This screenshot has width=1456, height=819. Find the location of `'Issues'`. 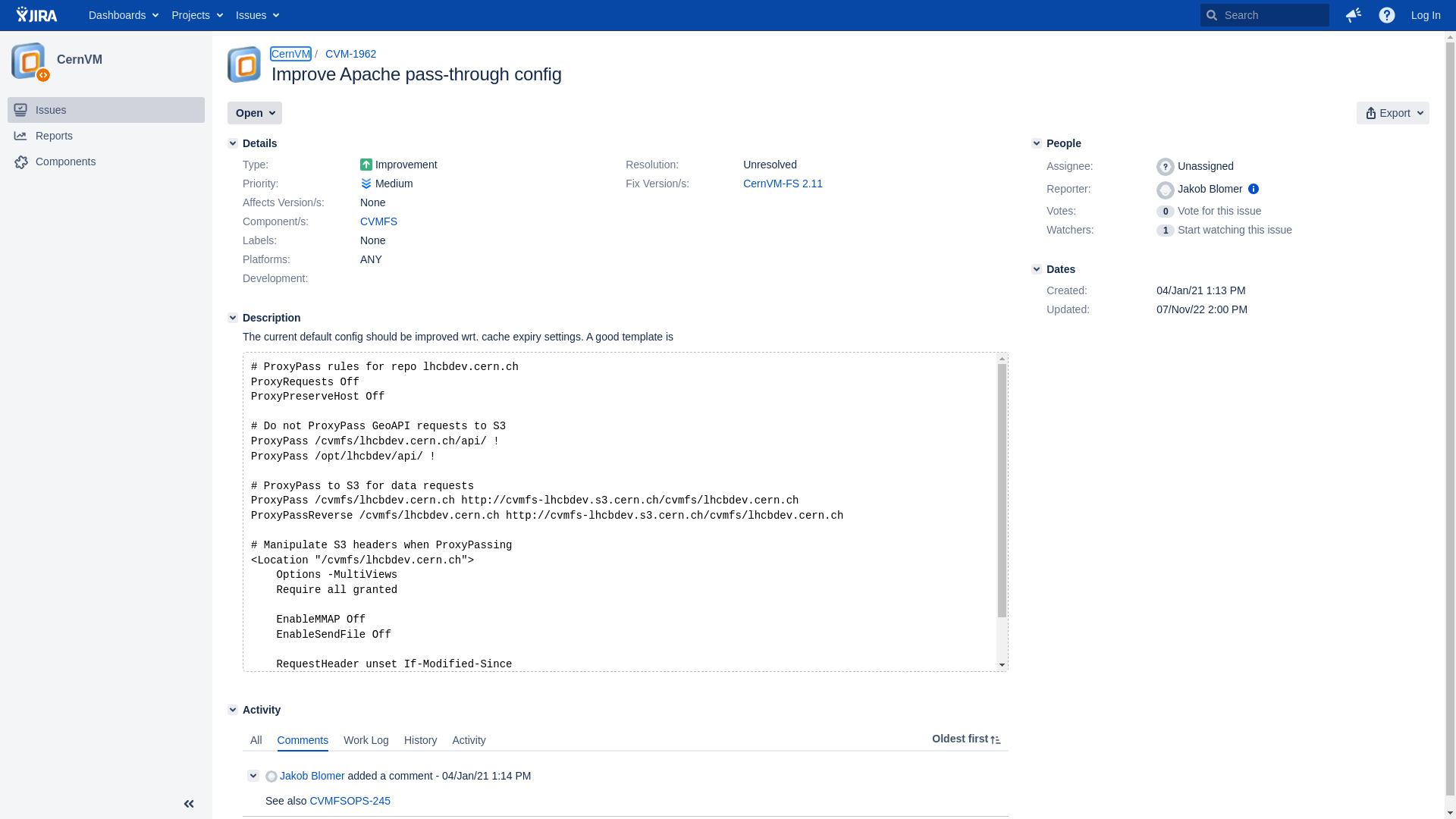

'Issues' is located at coordinates (256, 14).